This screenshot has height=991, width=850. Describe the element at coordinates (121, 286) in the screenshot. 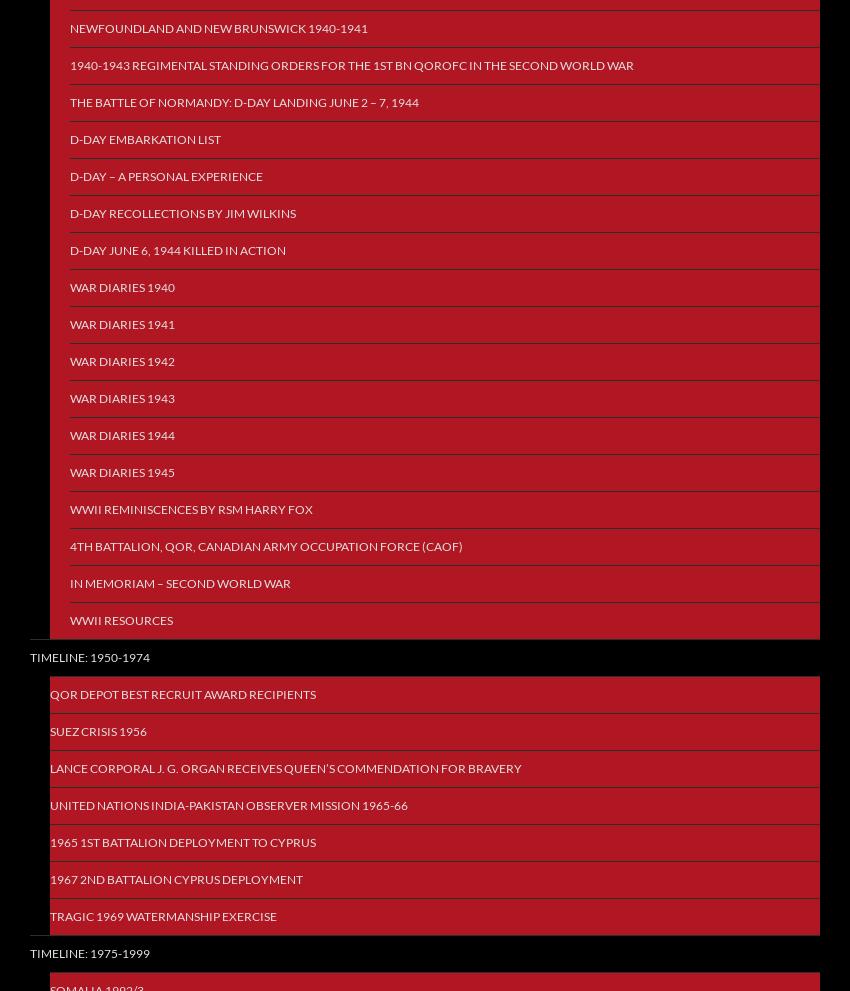

I see `'War Diaries 1940'` at that location.